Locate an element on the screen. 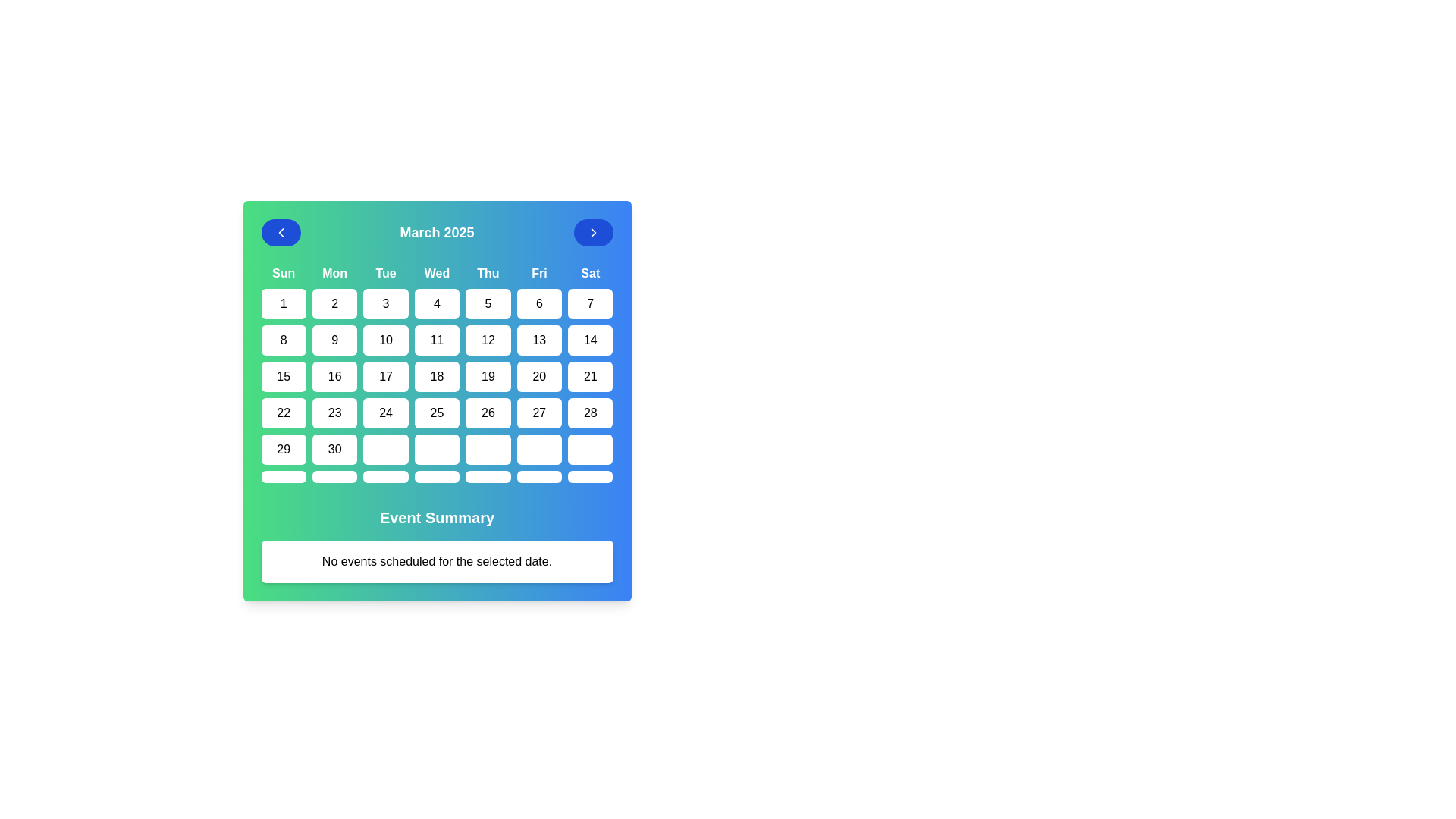 The image size is (1456, 819). the square button with rounded corners displaying the number '18' is located at coordinates (436, 376).